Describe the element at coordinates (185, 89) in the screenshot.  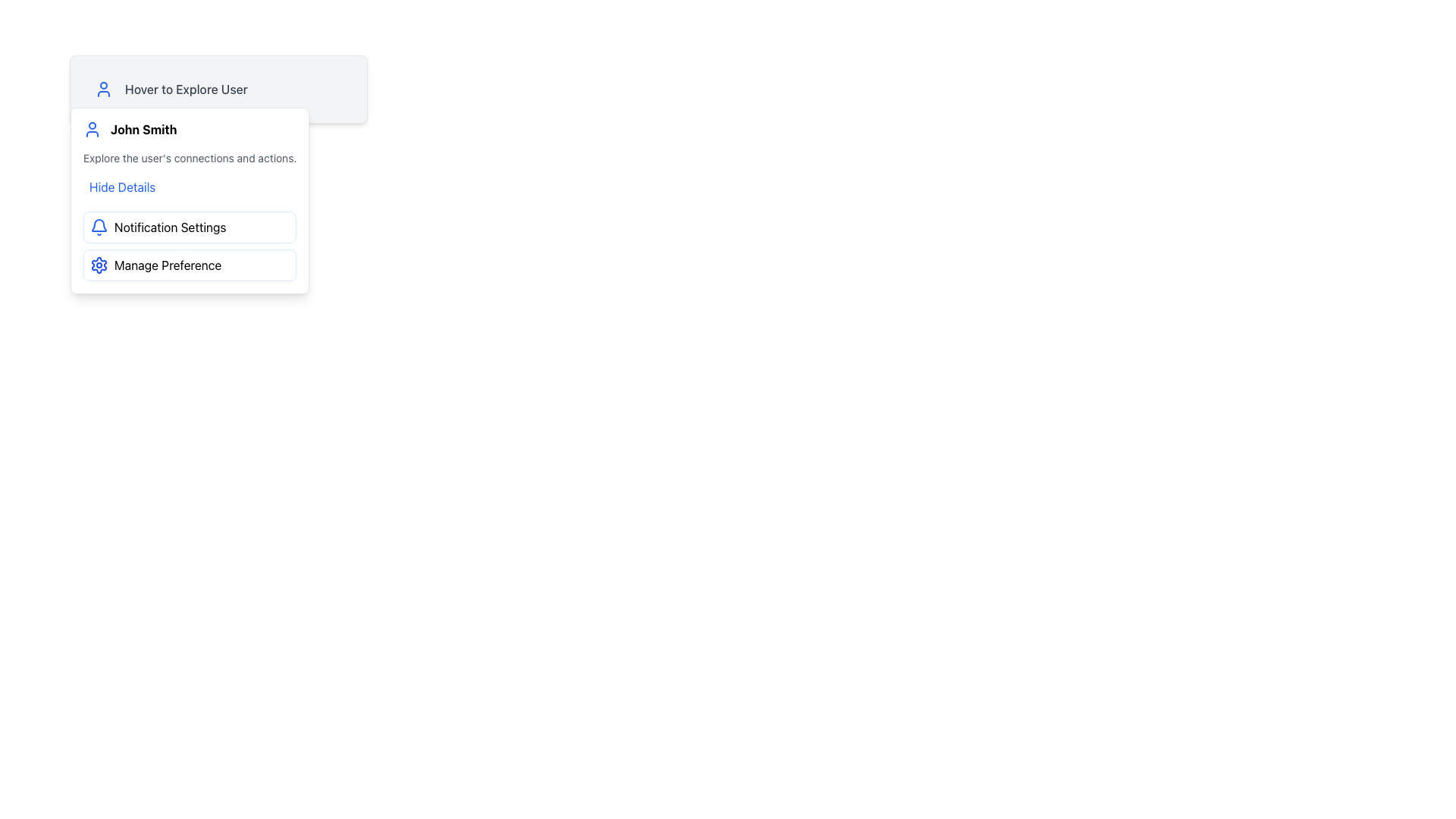
I see `the descriptive text label that indicates an action or feature associated with user exploration, located to the right of the user icon` at that location.